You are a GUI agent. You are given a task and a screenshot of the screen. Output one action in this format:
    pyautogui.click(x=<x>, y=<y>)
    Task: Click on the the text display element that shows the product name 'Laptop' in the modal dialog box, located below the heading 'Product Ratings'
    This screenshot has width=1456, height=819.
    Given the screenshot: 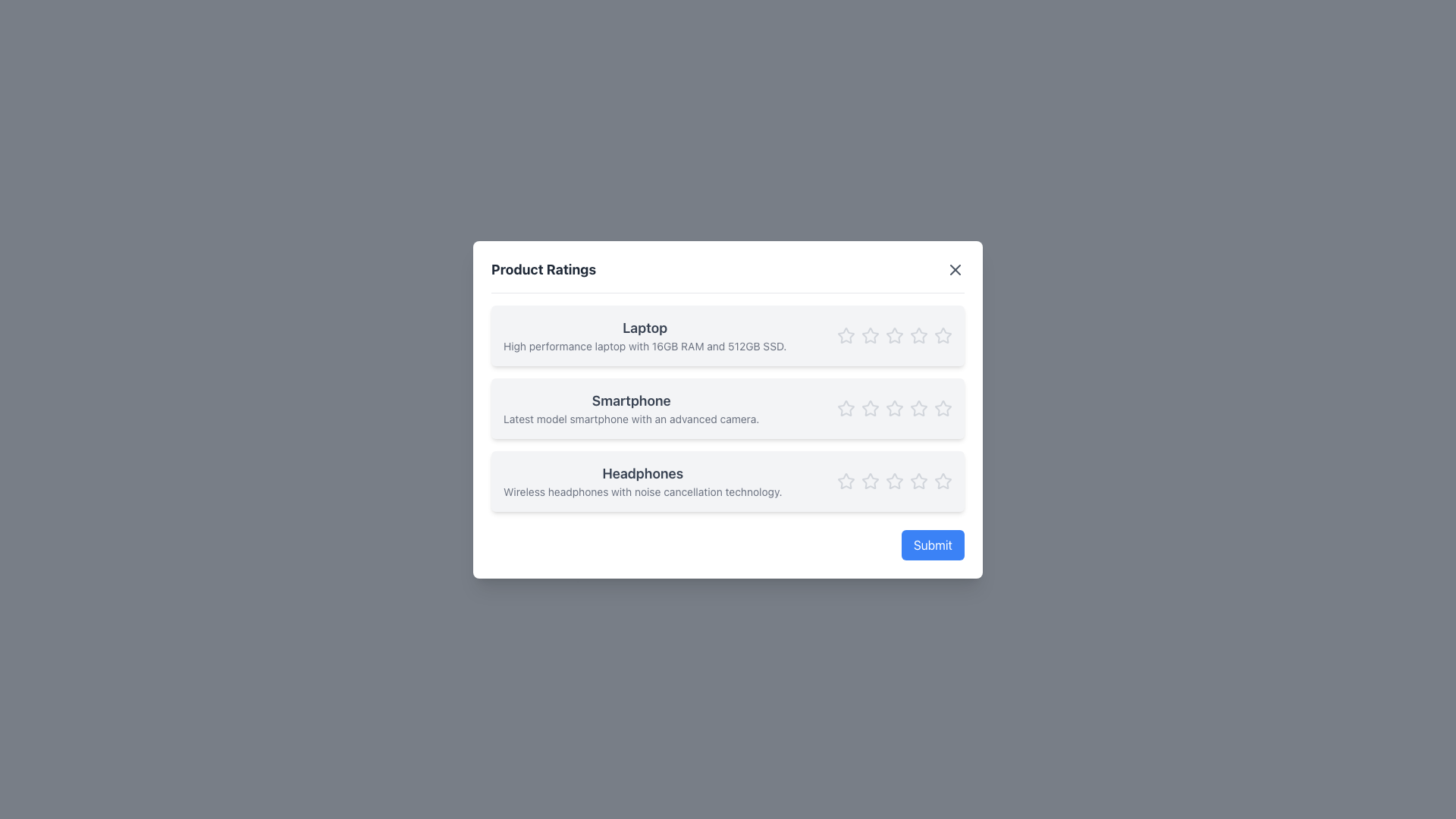 What is the action you would take?
    pyautogui.click(x=645, y=334)
    